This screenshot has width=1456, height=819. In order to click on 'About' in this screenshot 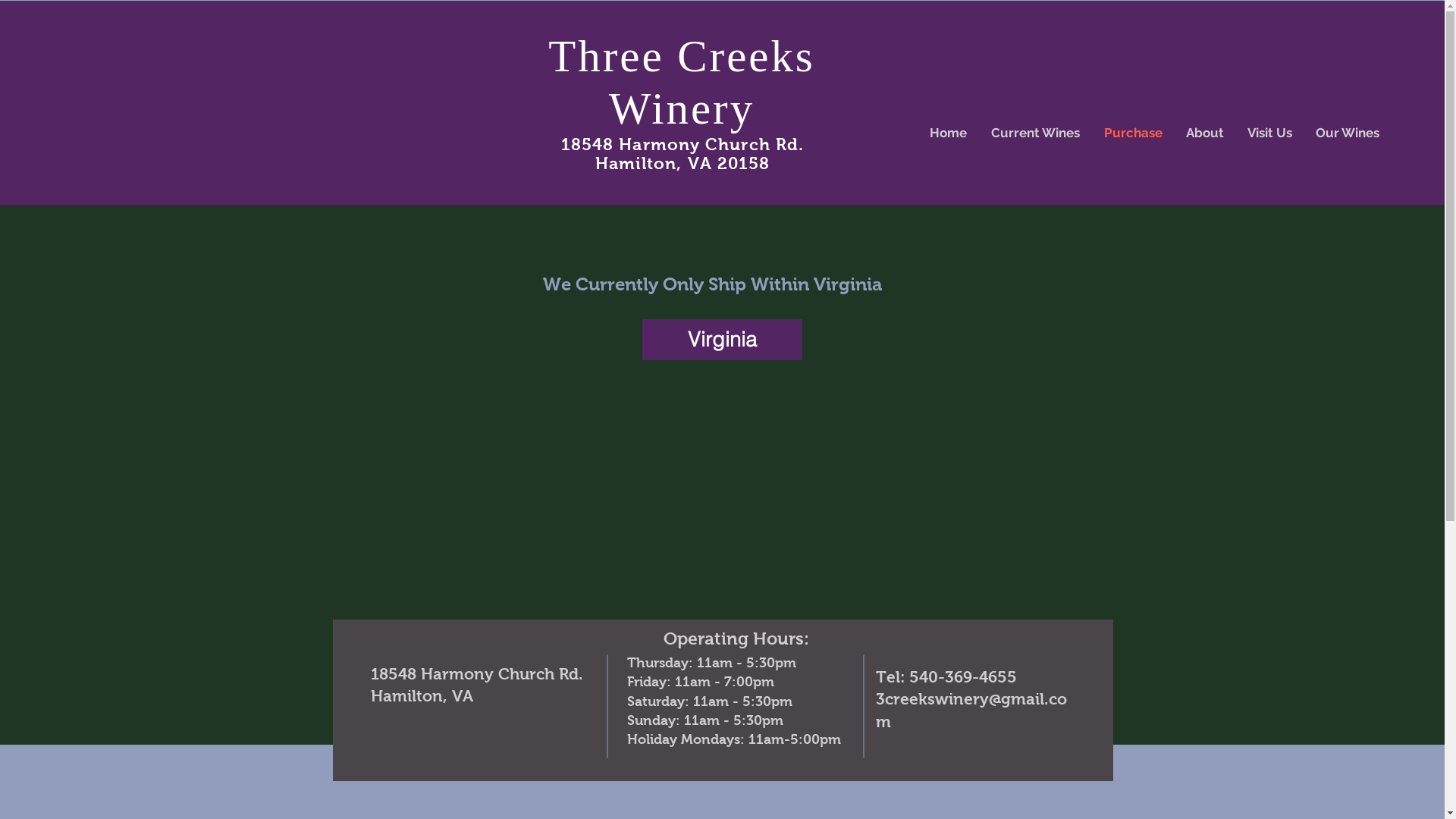, I will do `click(1203, 131)`.